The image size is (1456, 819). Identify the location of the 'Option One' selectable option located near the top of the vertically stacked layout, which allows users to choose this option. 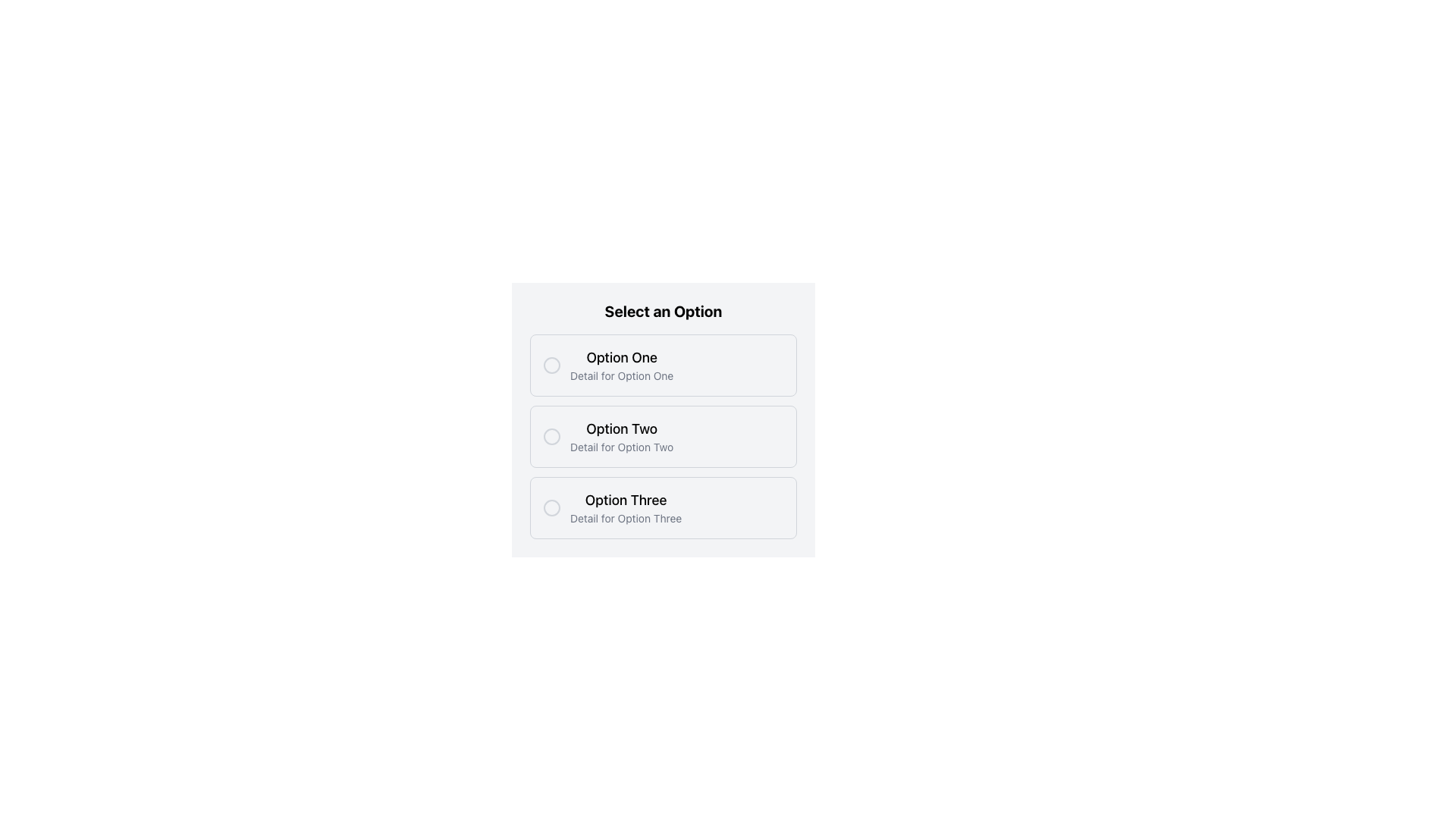
(663, 366).